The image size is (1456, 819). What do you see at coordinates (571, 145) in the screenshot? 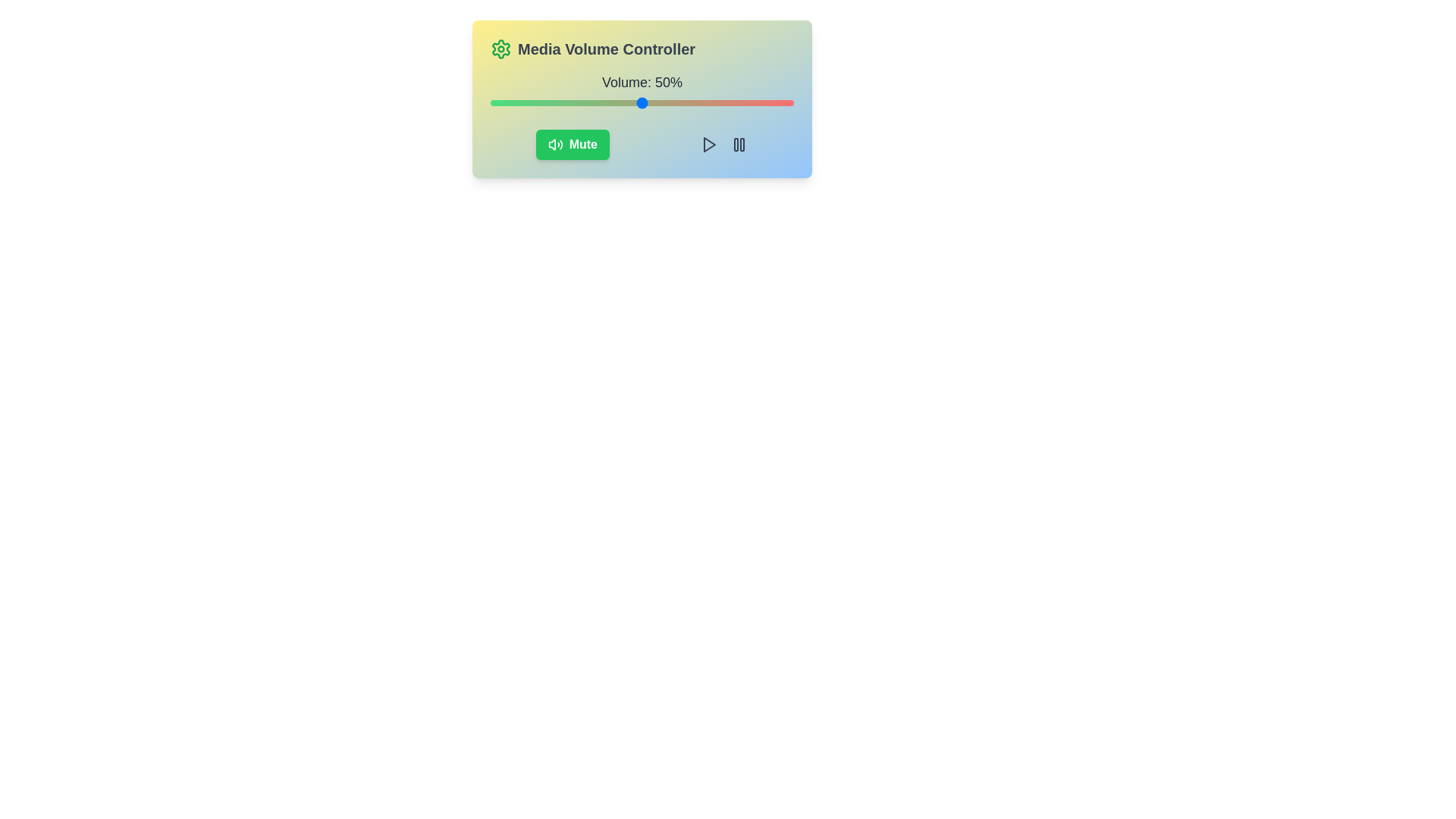
I see `'Mute' button to toggle mute/unmute` at bounding box center [571, 145].